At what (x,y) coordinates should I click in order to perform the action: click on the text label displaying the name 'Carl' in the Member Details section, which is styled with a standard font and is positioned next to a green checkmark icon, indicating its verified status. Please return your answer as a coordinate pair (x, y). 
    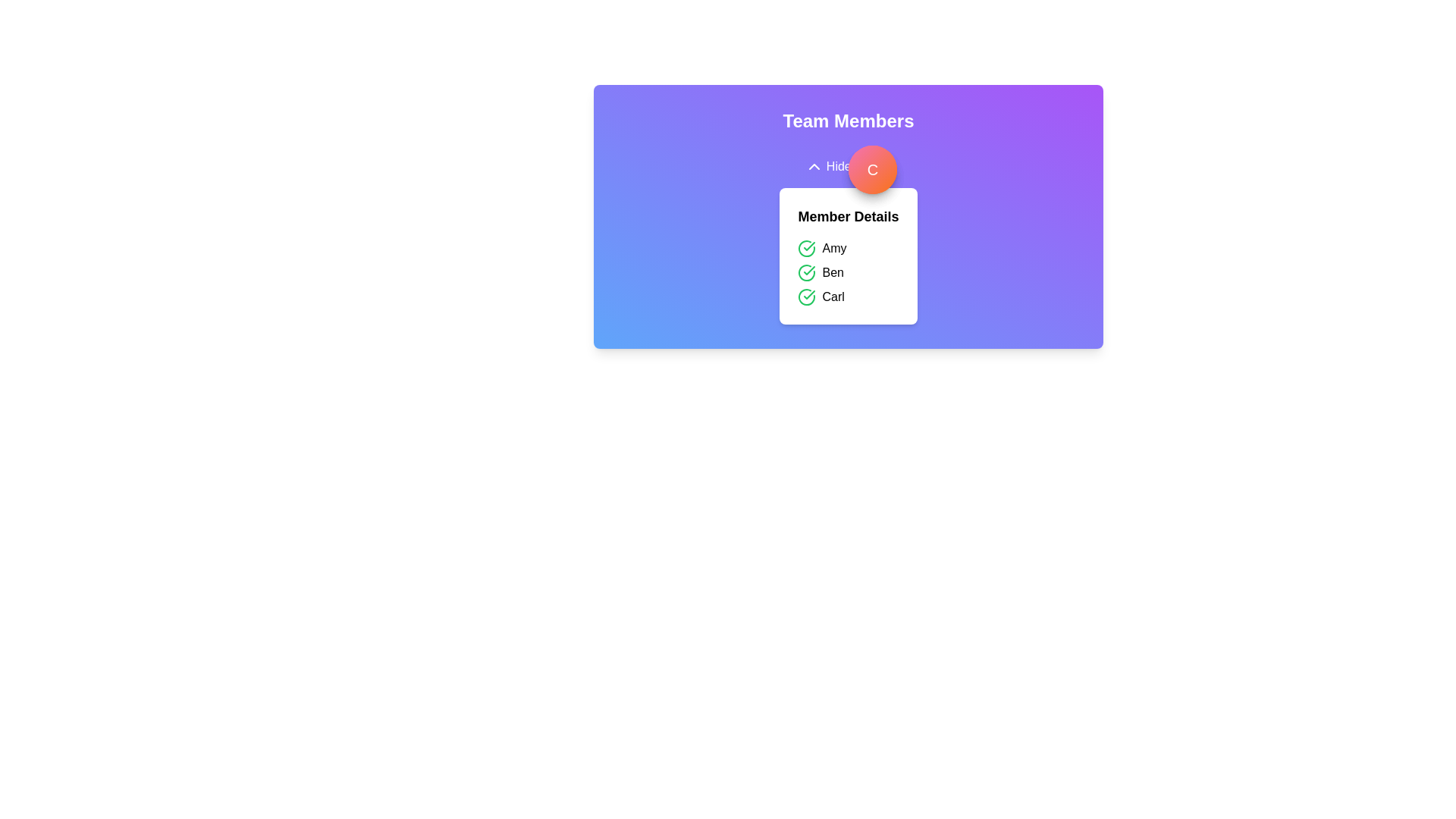
    Looking at the image, I should click on (833, 297).